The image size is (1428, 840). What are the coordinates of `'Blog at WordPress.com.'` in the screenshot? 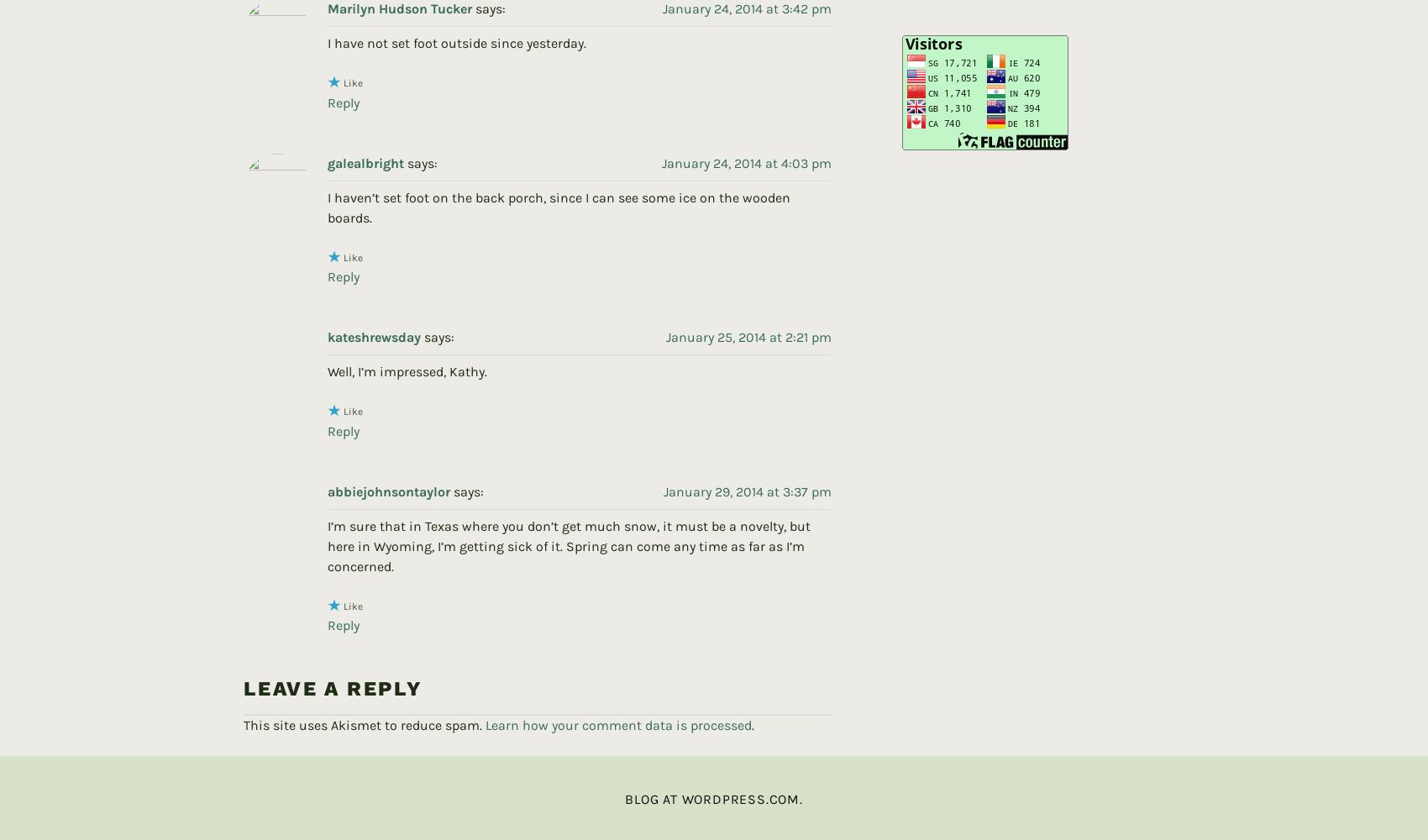 It's located at (712, 772).